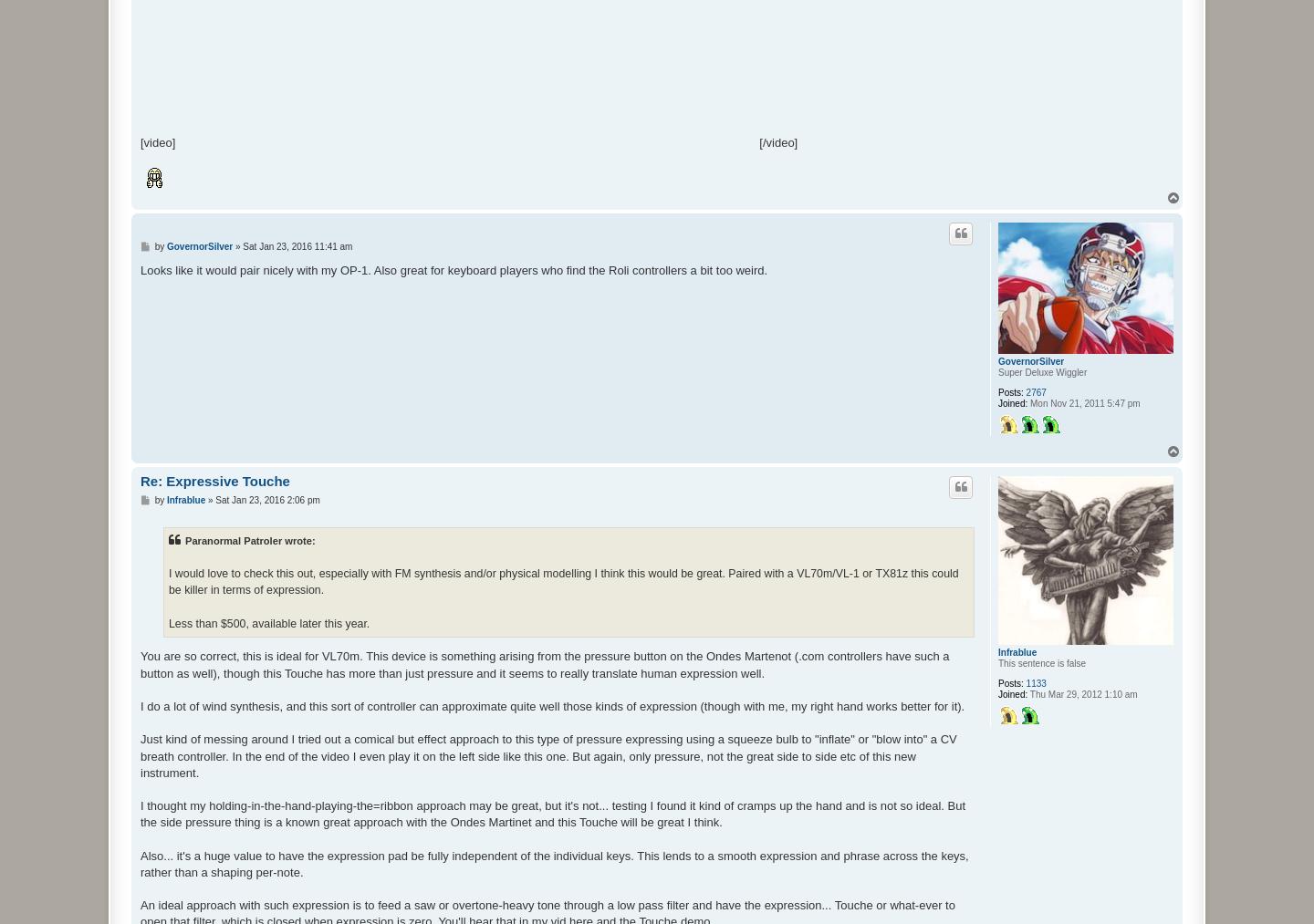 The image size is (1314, 924). Describe the element at coordinates (268, 621) in the screenshot. I see `'Less than $500, available later this year.'` at that location.